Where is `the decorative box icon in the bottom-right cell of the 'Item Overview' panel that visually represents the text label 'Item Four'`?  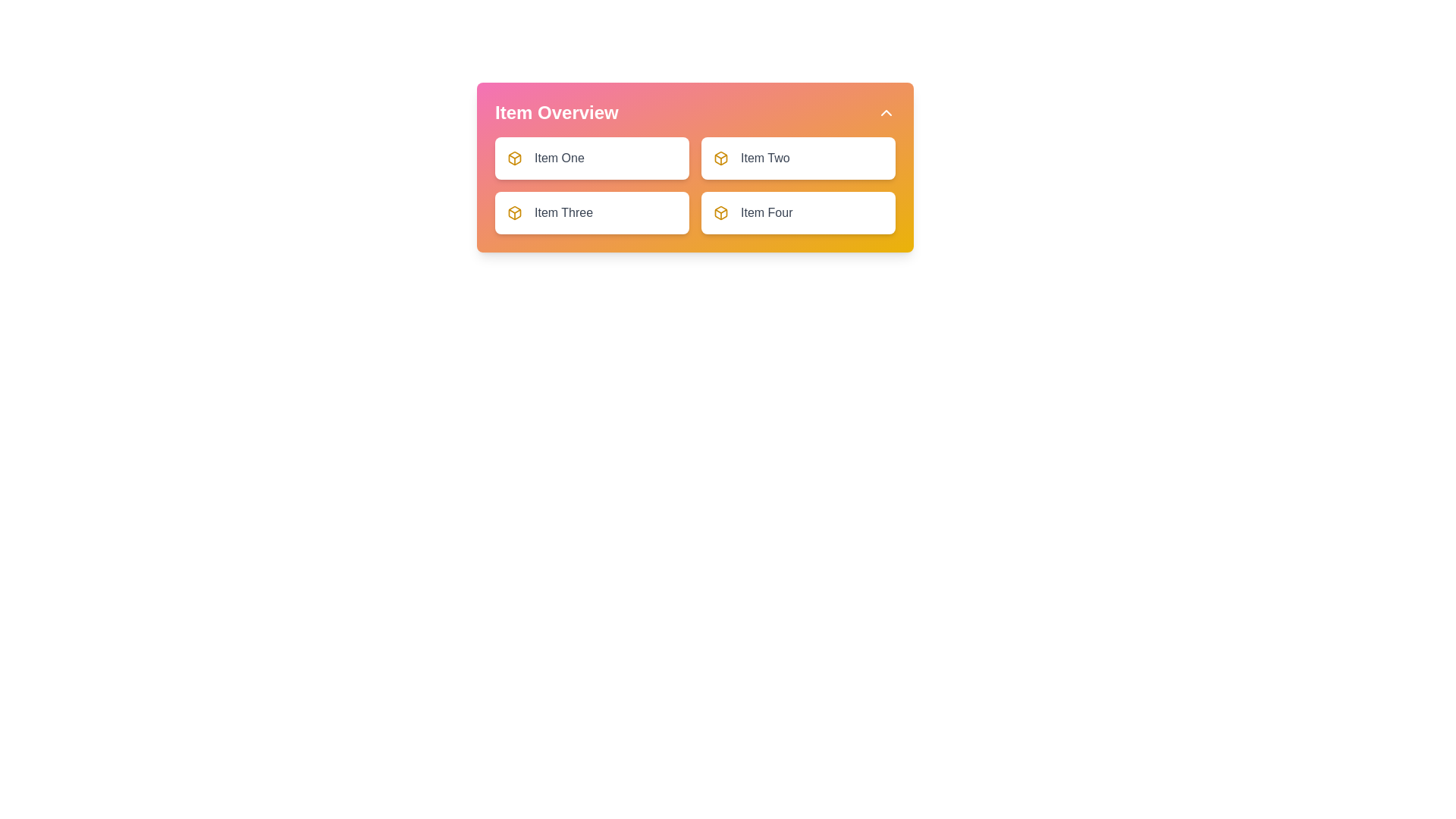
the decorative box icon in the bottom-right cell of the 'Item Overview' panel that visually represents the text label 'Item Four' is located at coordinates (720, 213).